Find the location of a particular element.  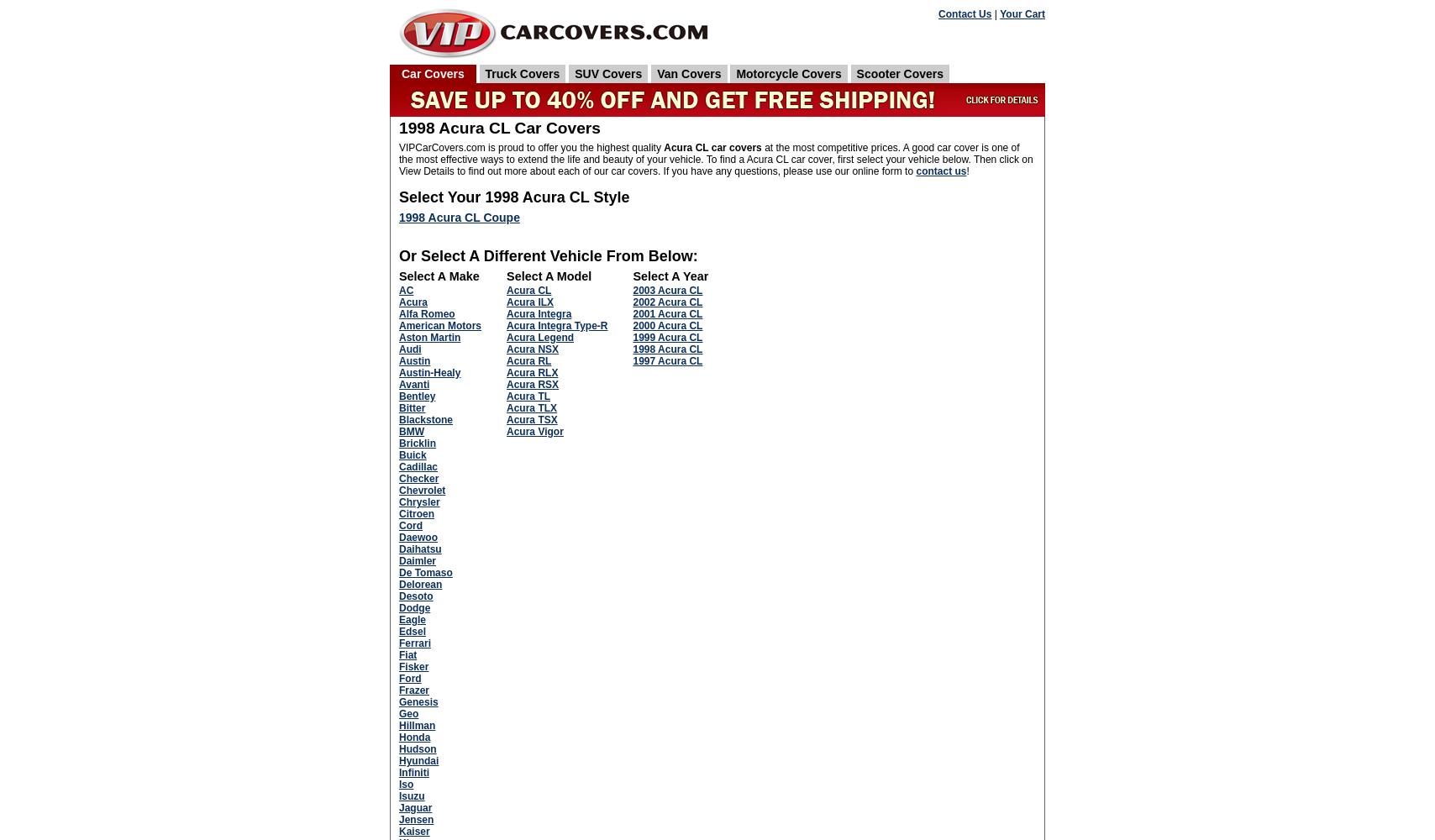

'2000 Acura CL' is located at coordinates (667, 325).